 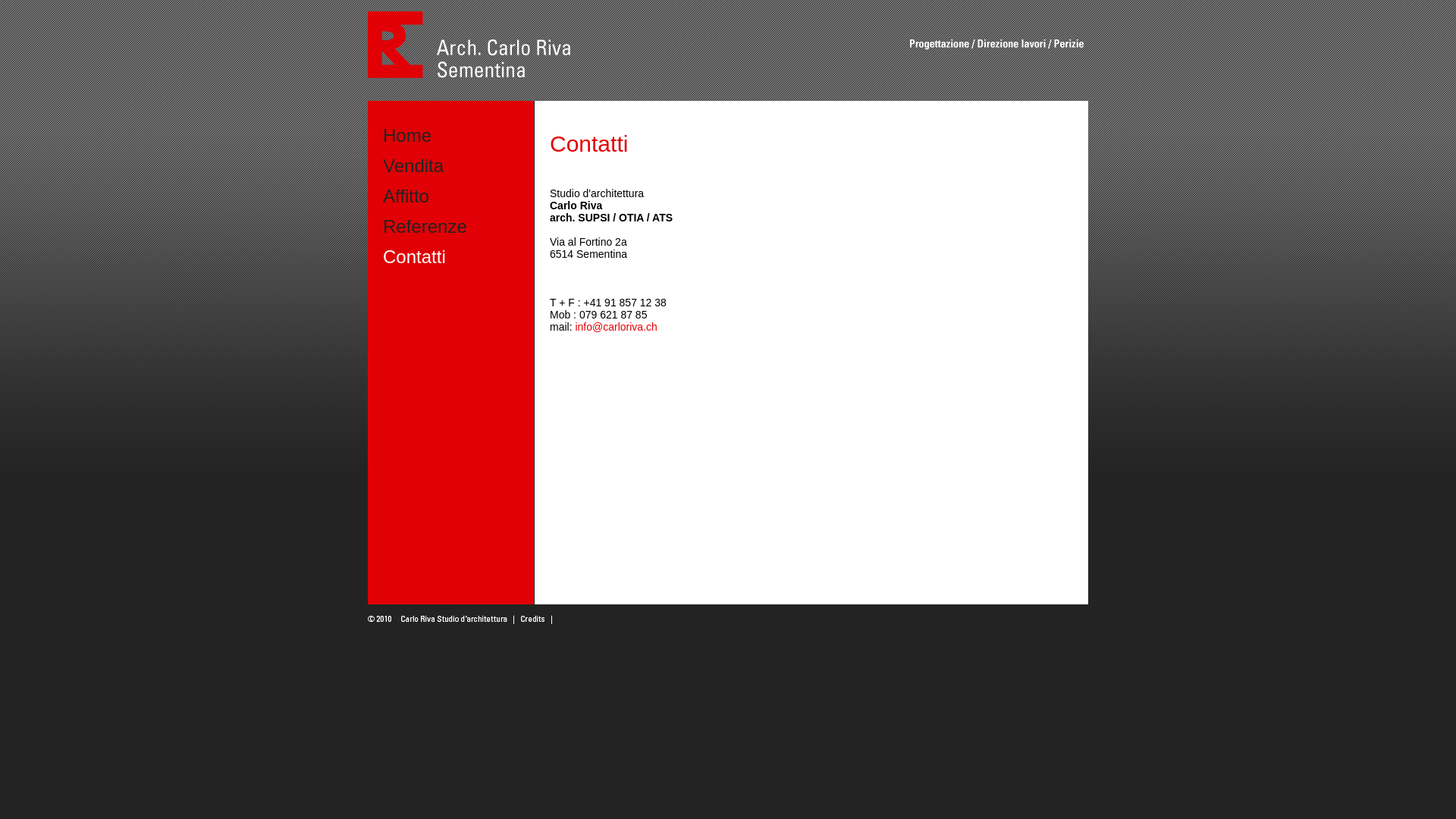 What do you see at coordinates (382, 165) in the screenshot?
I see `'Vendita'` at bounding box center [382, 165].